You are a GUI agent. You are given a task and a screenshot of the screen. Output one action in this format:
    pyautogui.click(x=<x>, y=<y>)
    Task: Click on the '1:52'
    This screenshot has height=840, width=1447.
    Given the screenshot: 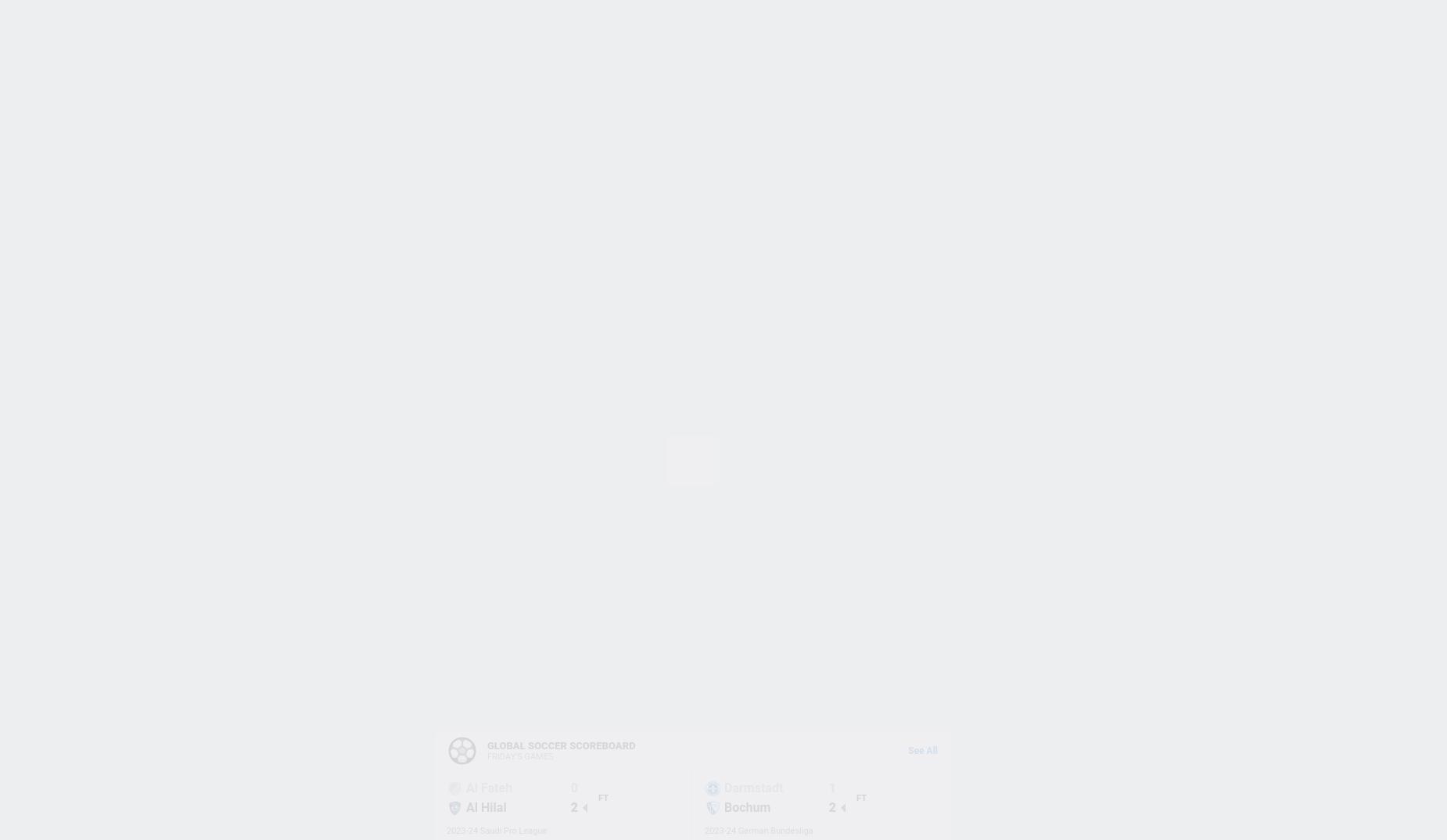 What is the action you would take?
    pyautogui.click(x=466, y=585)
    